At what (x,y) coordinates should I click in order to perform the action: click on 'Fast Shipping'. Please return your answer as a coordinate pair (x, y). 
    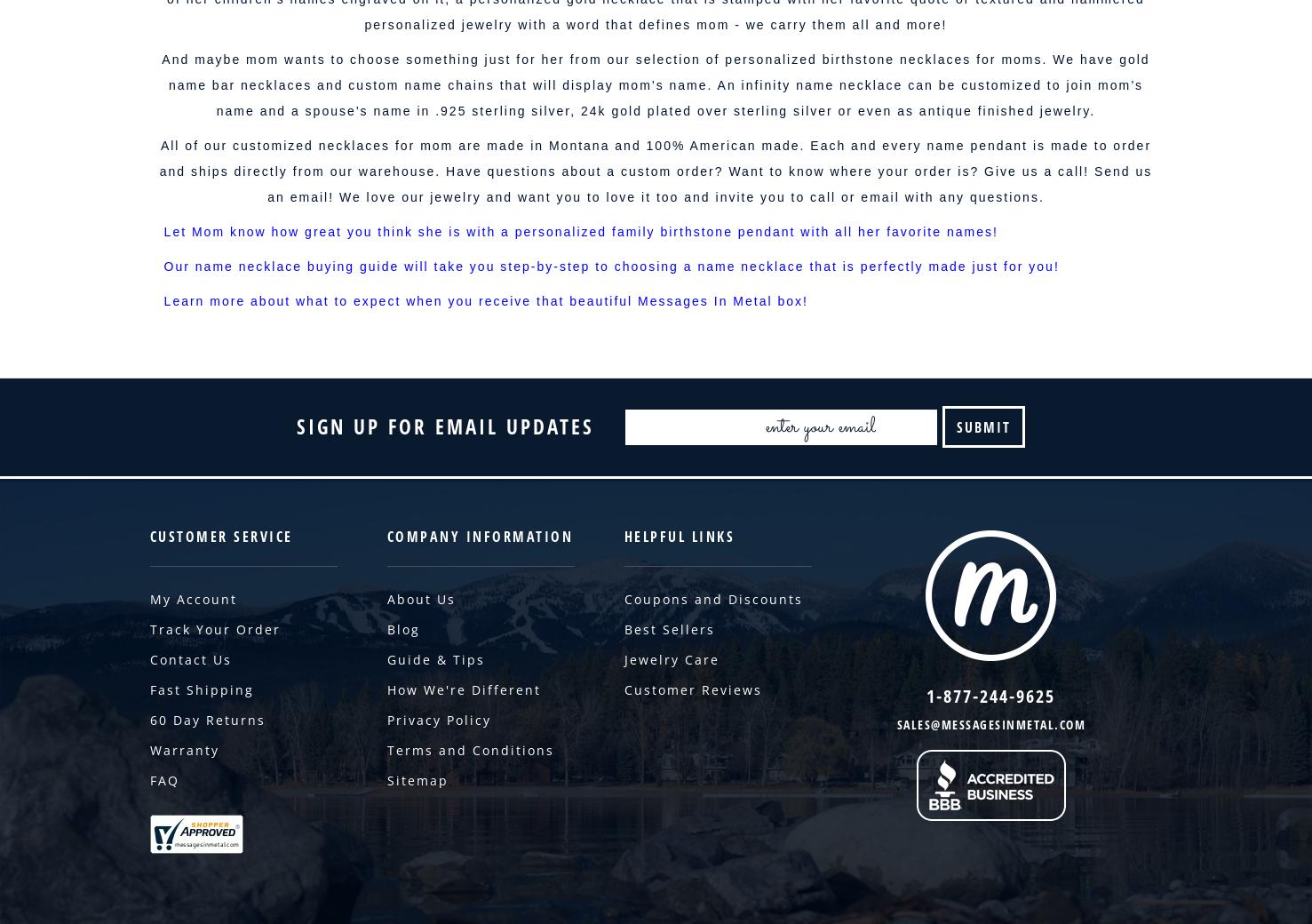
    Looking at the image, I should click on (147, 689).